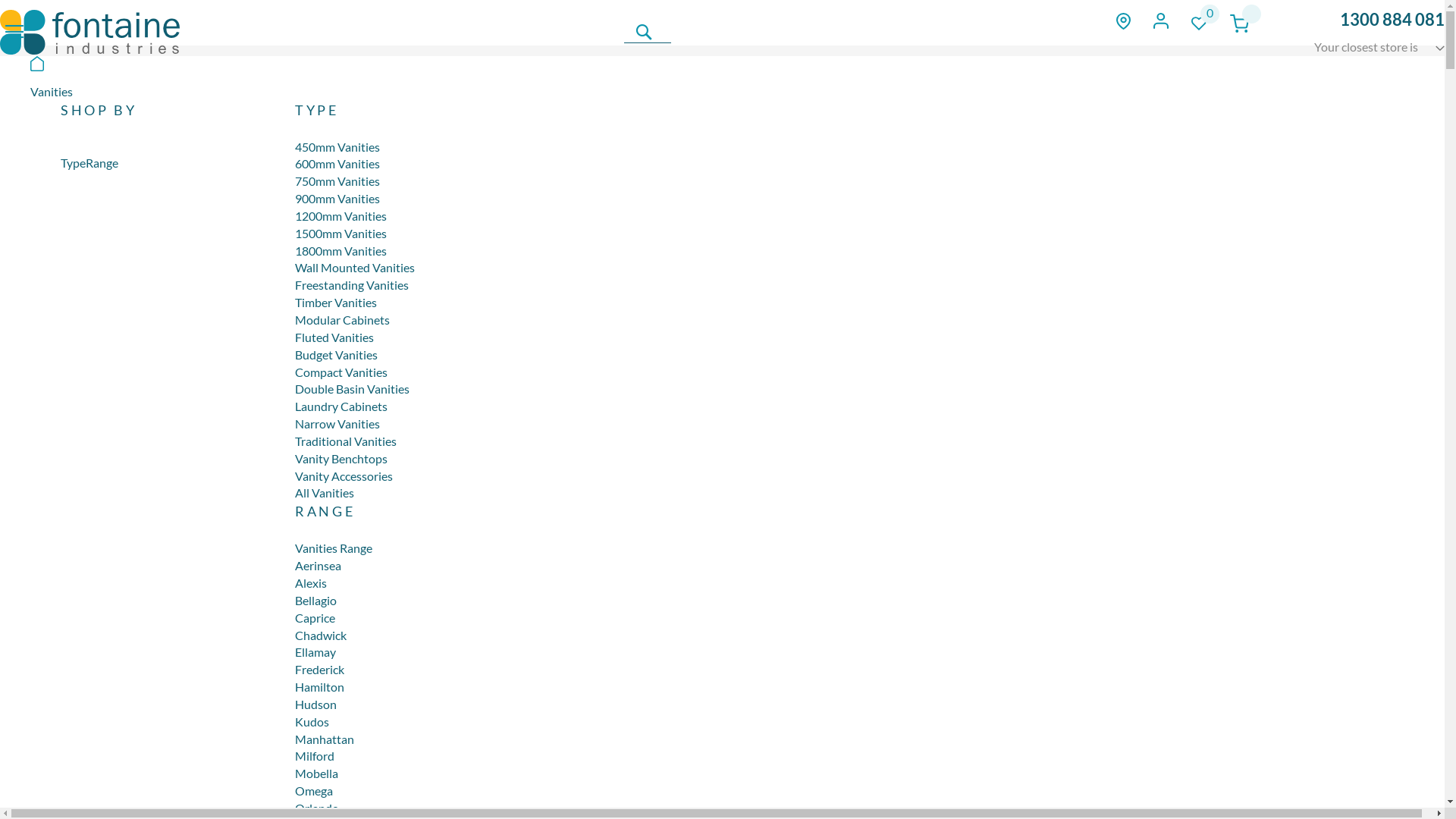 The width and height of the screenshot is (1456, 819). What do you see at coordinates (337, 423) in the screenshot?
I see `'Narrow Vanities'` at bounding box center [337, 423].